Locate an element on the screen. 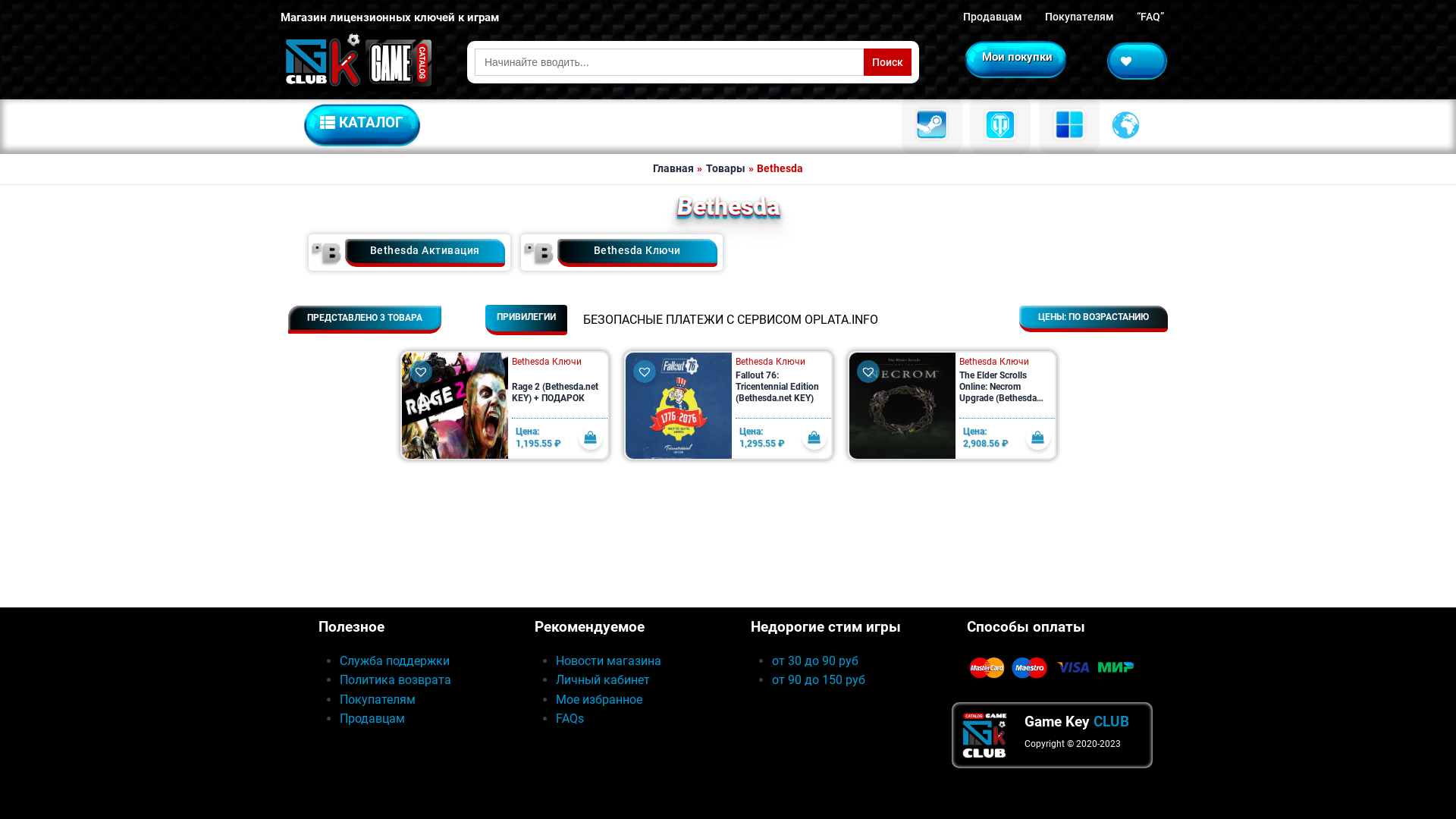 The height and width of the screenshot is (819, 1456). 'GameKey.CLUB' is located at coordinates (358, 60).